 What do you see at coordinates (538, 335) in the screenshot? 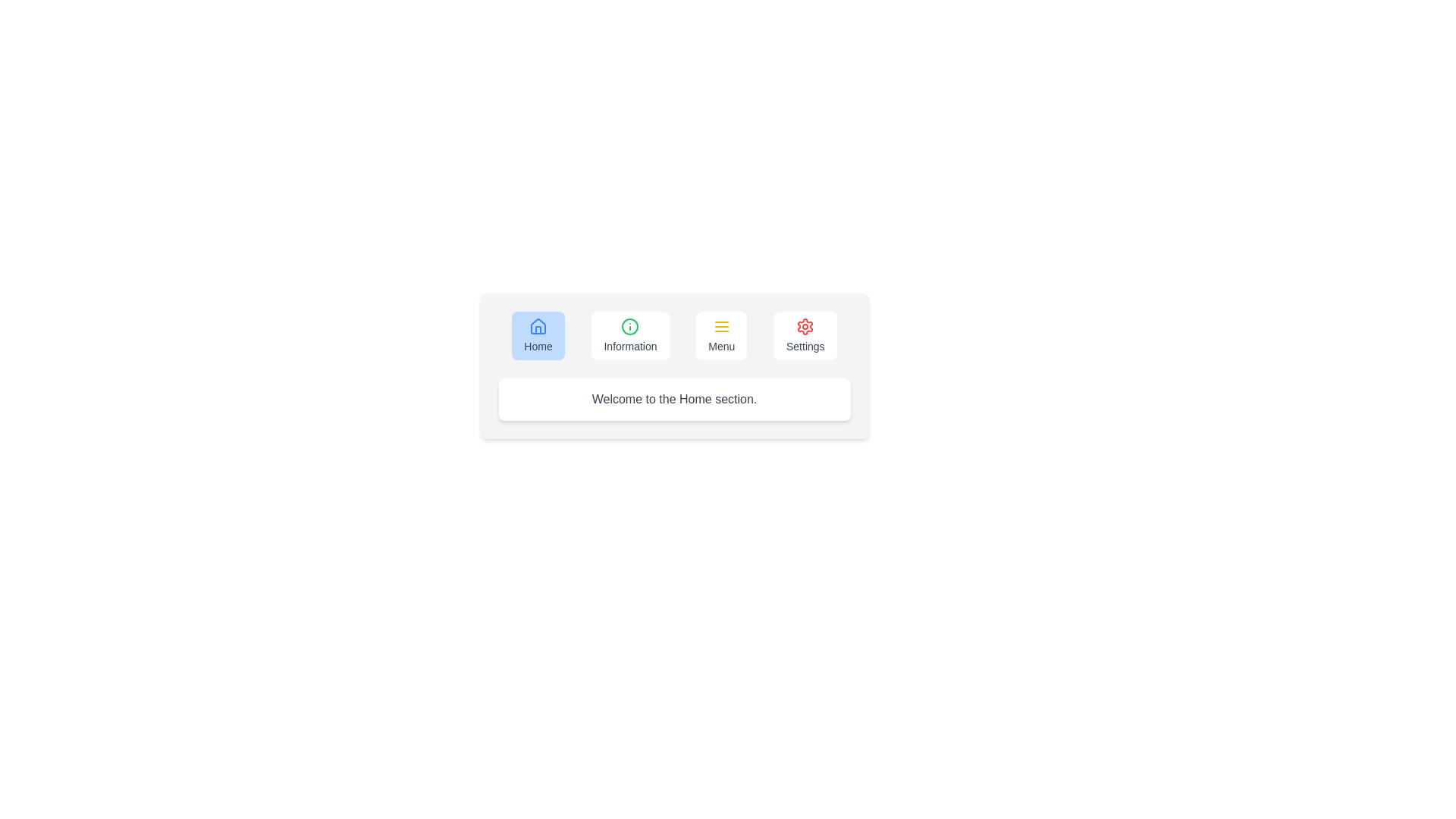
I see `the home navigation button, which is the first button from the left in the row of navigation buttons at the top of the panel` at bounding box center [538, 335].